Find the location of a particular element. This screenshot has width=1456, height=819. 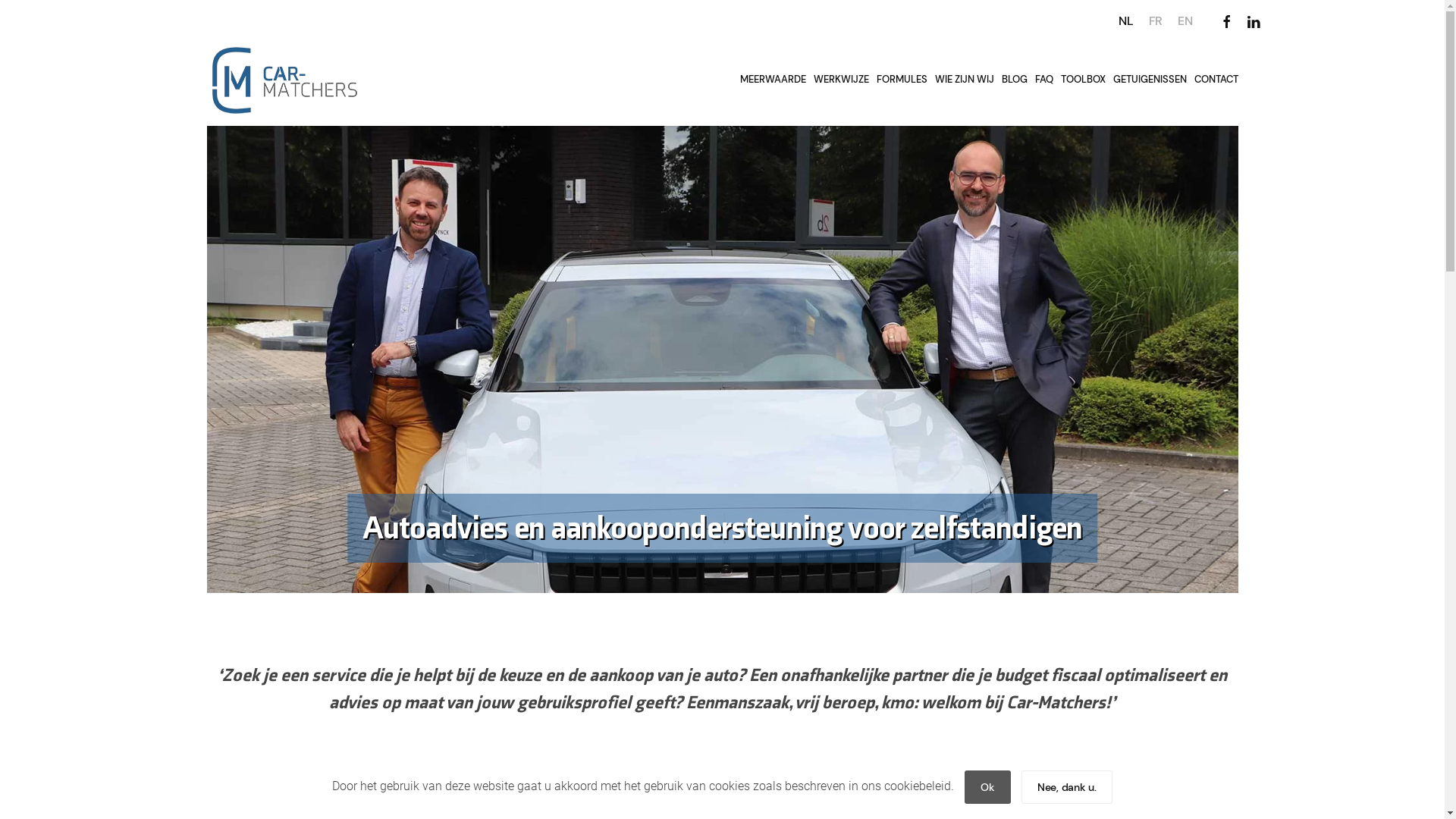

'GETUIGENISSEN' is located at coordinates (1149, 80).